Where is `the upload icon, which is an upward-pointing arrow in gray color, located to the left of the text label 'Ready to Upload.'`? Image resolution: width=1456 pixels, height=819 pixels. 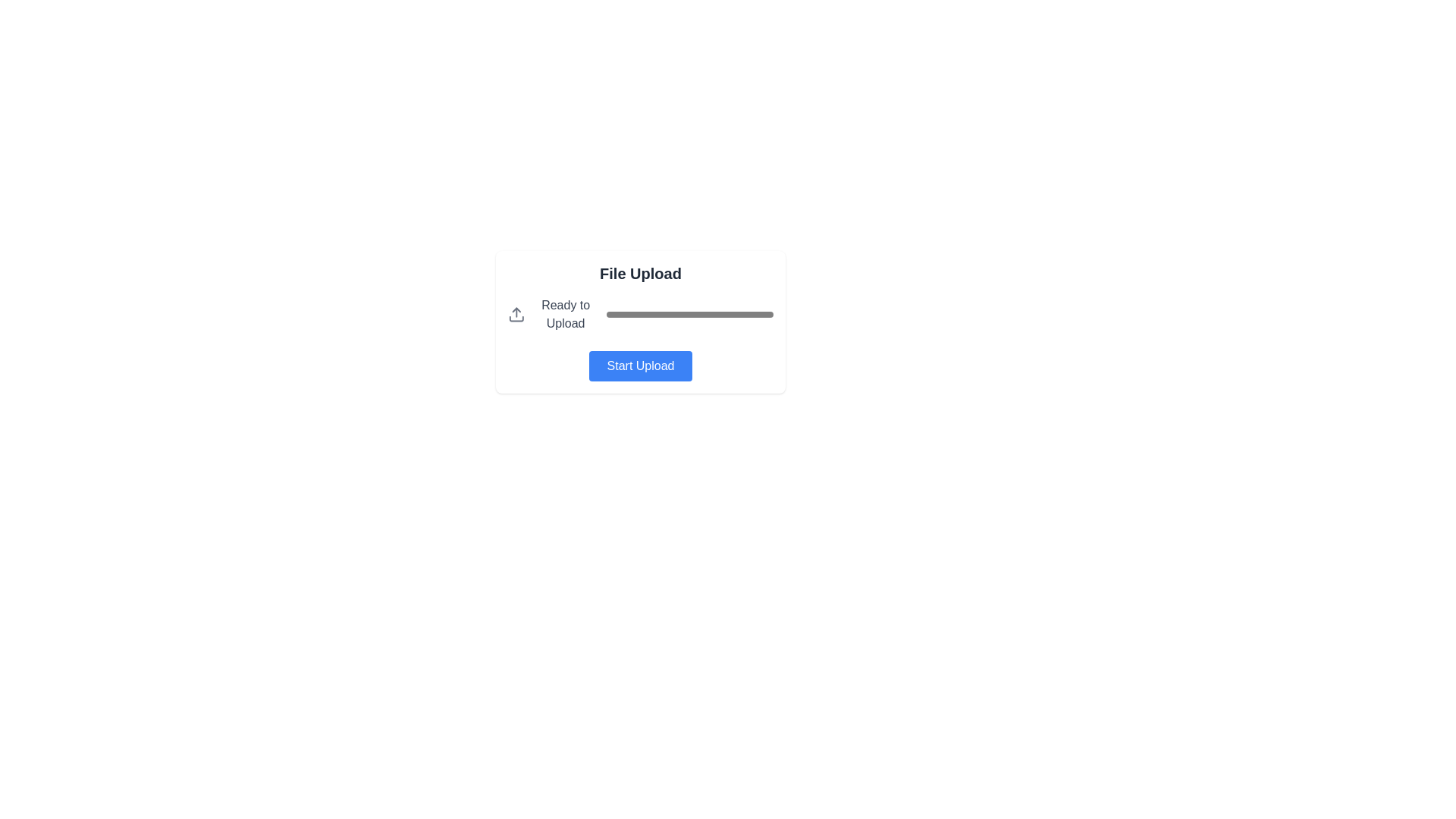
the upload icon, which is an upward-pointing arrow in gray color, located to the left of the text label 'Ready to Upload.' is located at coordinates (516, 314).